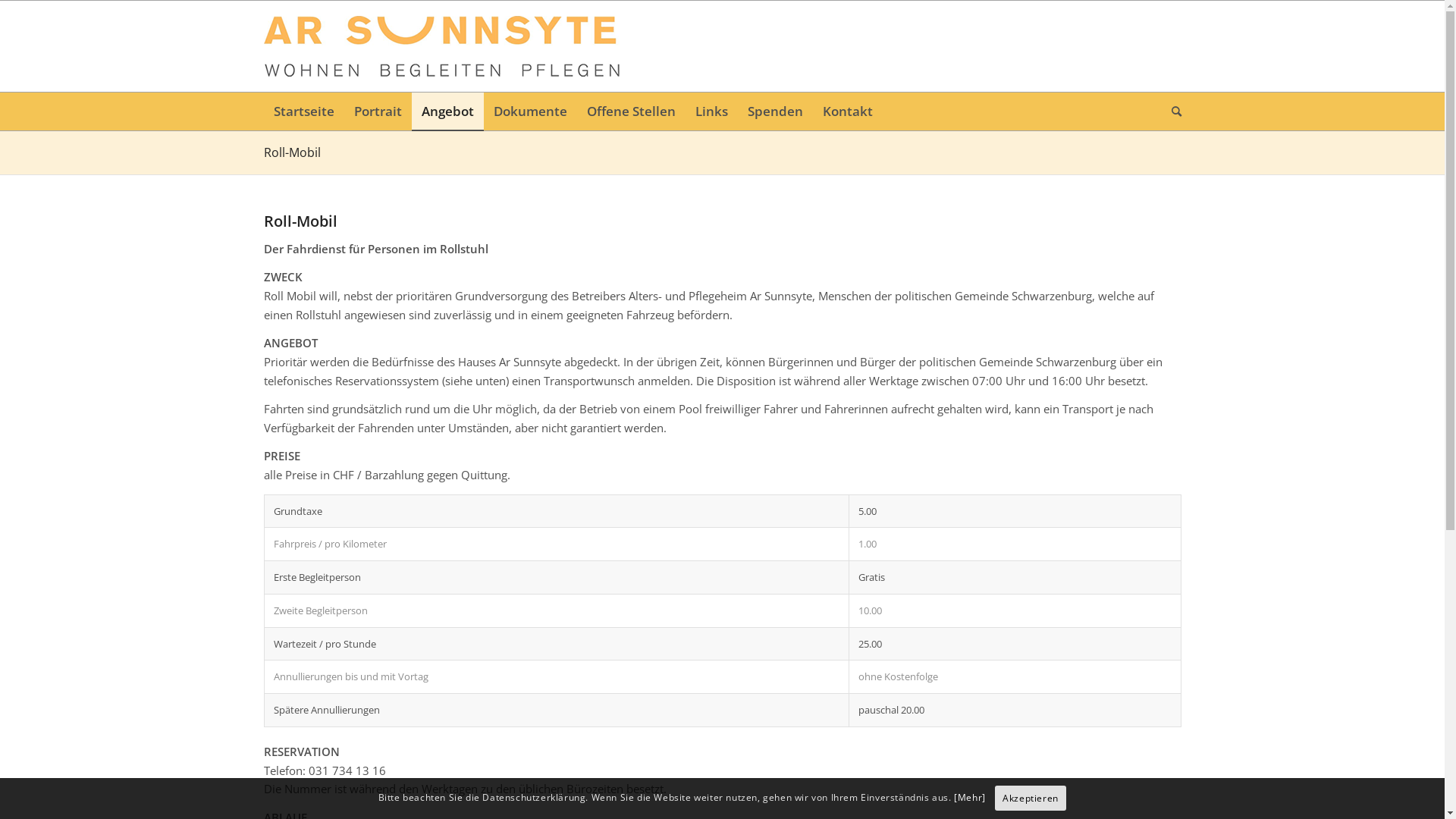 Image resolution: width=1456 pixels, height=819 pixels. Describe the element at coordinates (711, 110) in the screenshot. I see `'Links'` at that location.